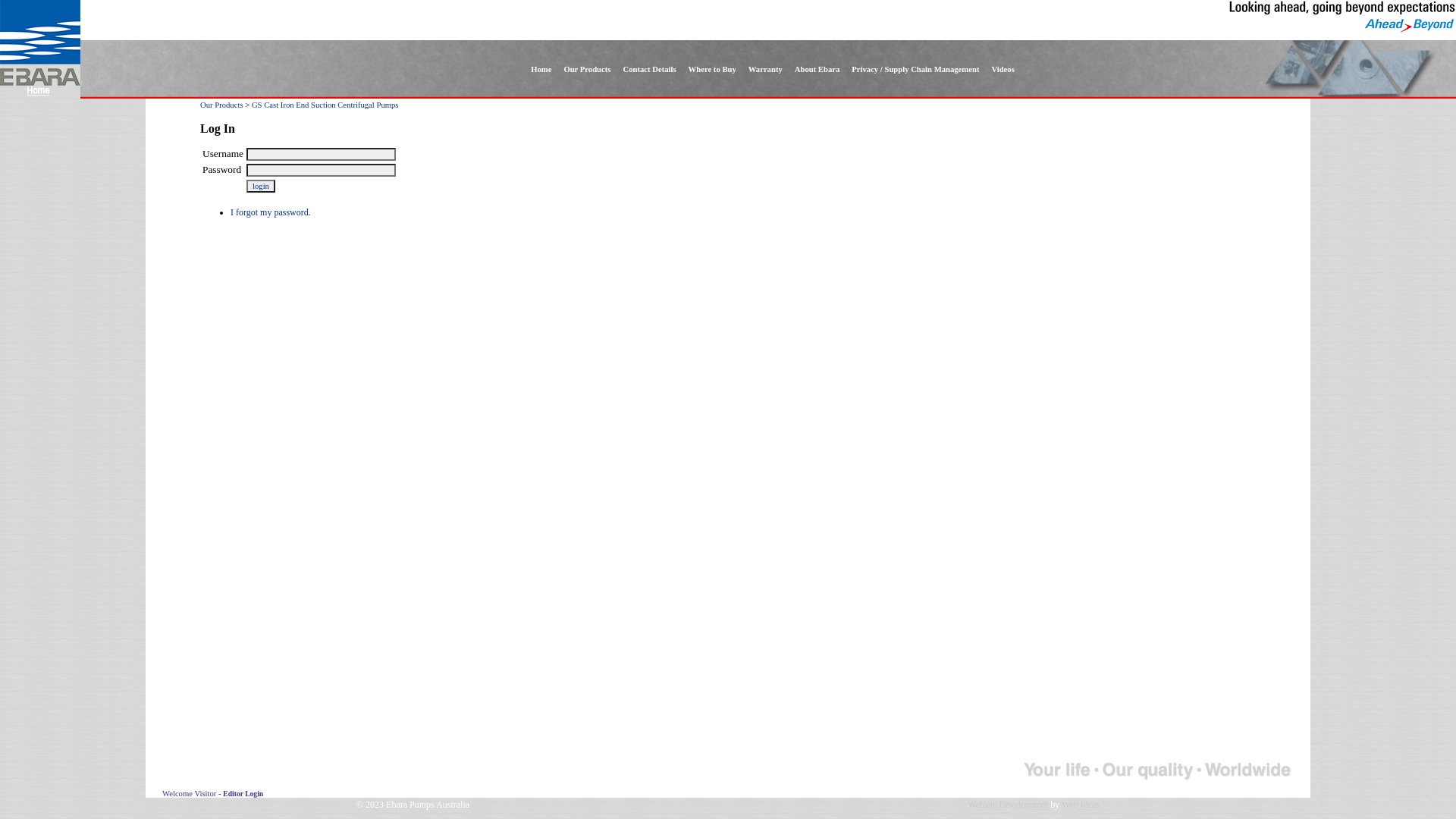 Image resolution: width=1456 pixels, height=819 pixels. I want to click on 'Editor Login', so click(221, 792).